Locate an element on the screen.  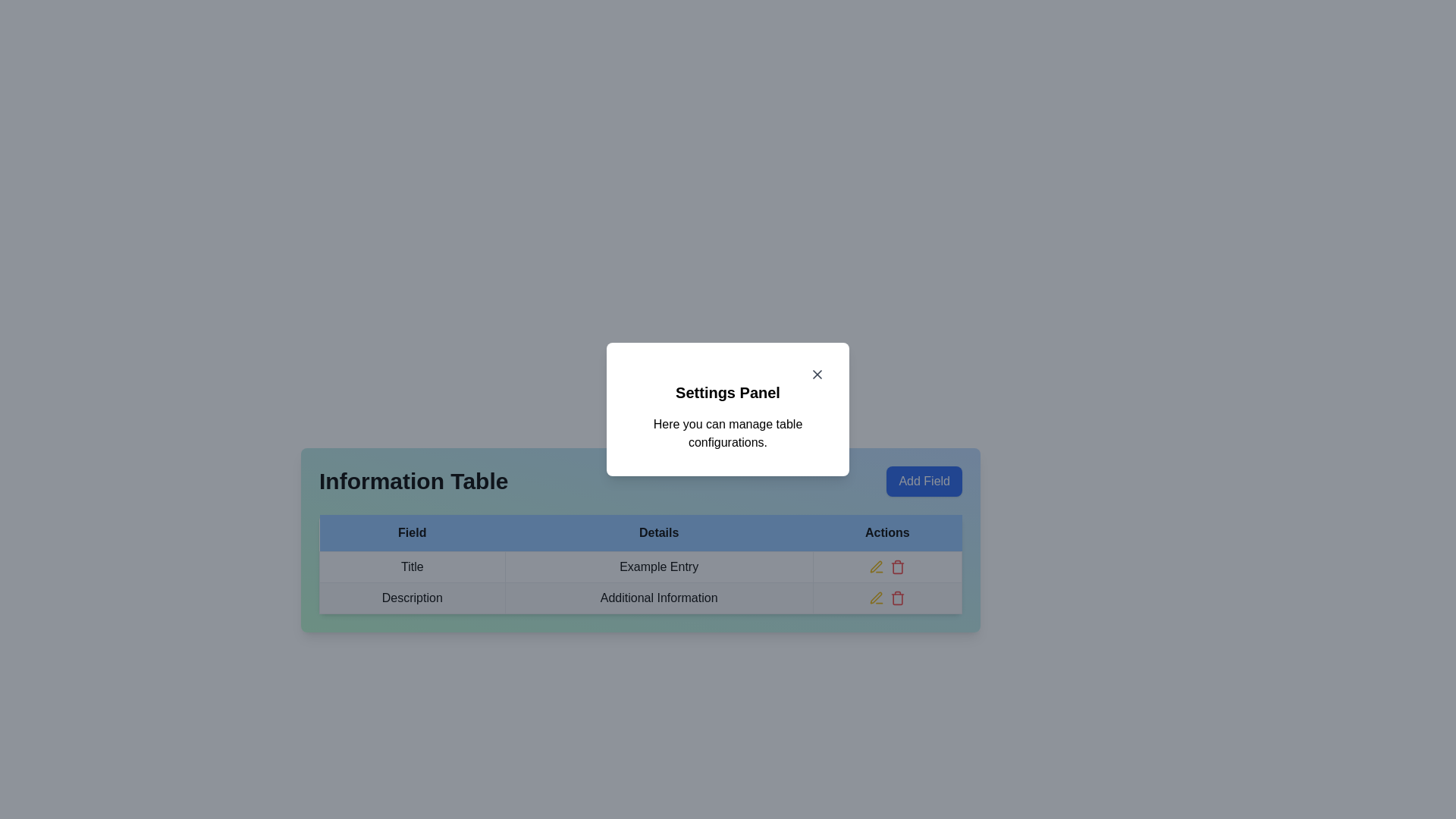
the static text element that reads 'Here you can manage table configurations.' located within the 'Settings Panel' dialog box is located at coordinates (728, 433).